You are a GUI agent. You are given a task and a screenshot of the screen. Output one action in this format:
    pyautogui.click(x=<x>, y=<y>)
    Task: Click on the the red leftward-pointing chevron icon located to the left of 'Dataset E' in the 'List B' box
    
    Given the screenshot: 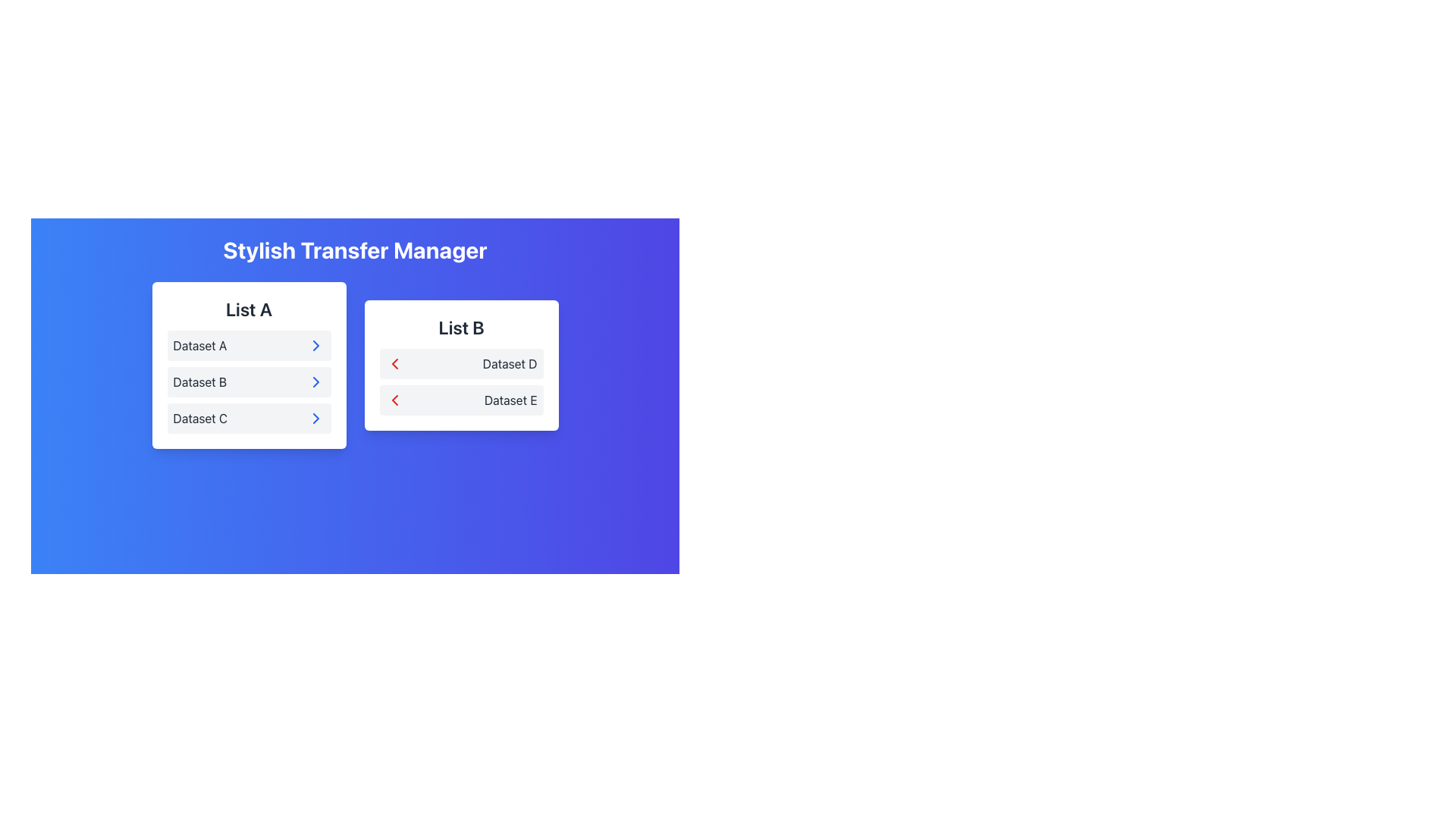 What is the action you would take?
    pyautogui.click(x=394, y=400)
    